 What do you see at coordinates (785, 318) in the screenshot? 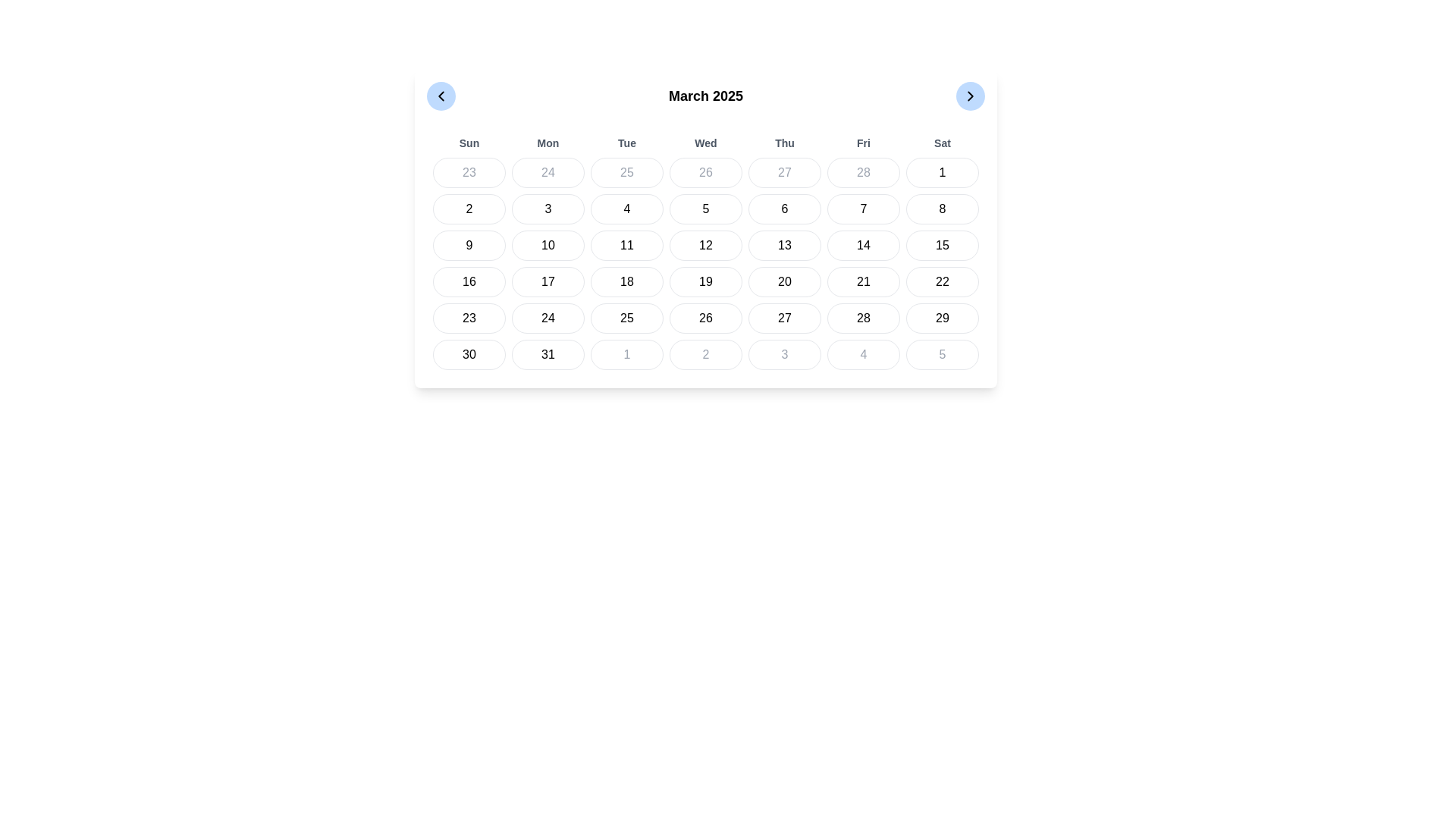
I see `the button representing the date '27' in the March 2025 calendar interface` at bounding box center [785, 318].